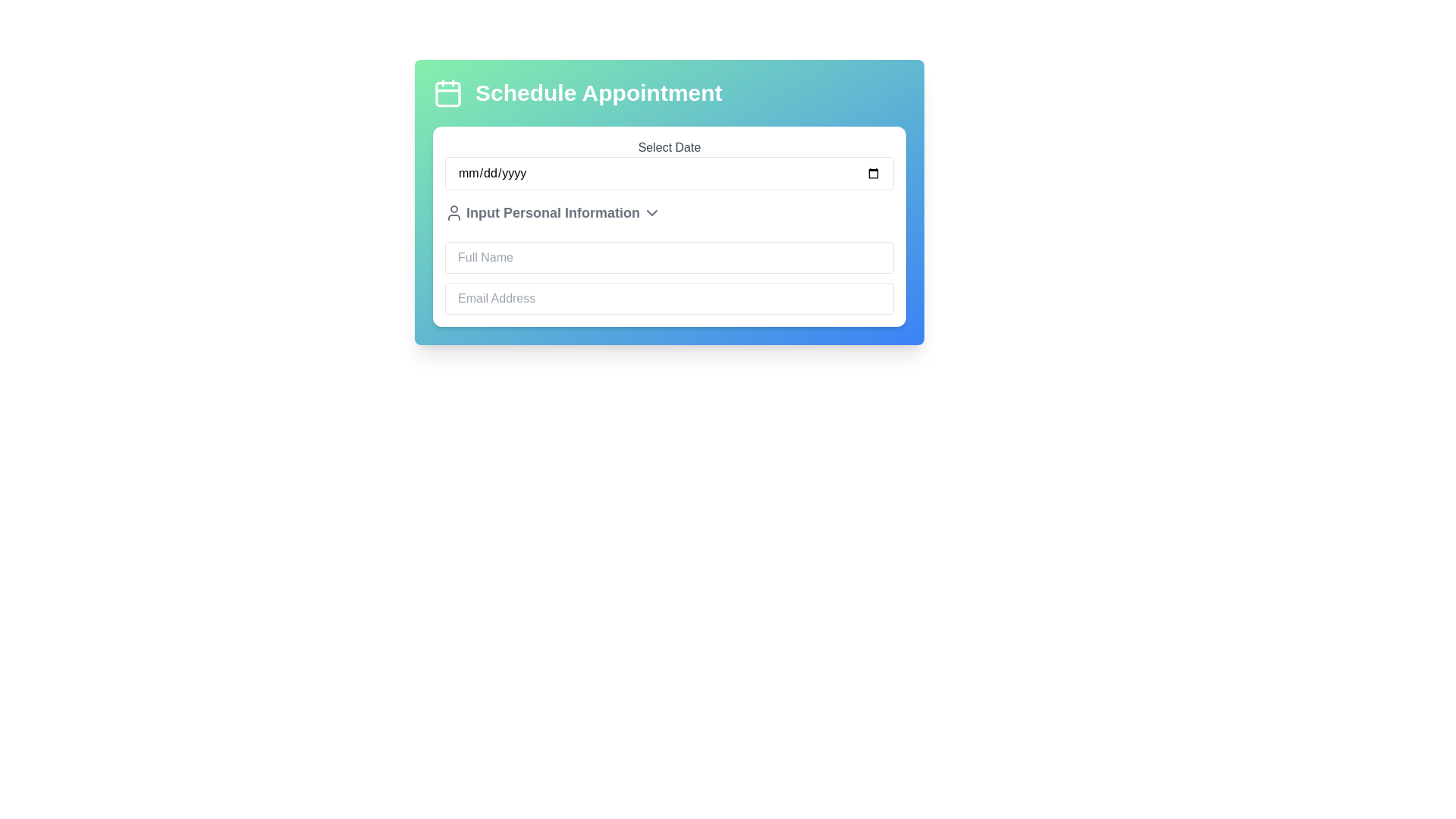 The image size is (1456, 819). Describe the element at coordinates (651, 213) in the screenshot. I see `the chevron down icon` at that location.